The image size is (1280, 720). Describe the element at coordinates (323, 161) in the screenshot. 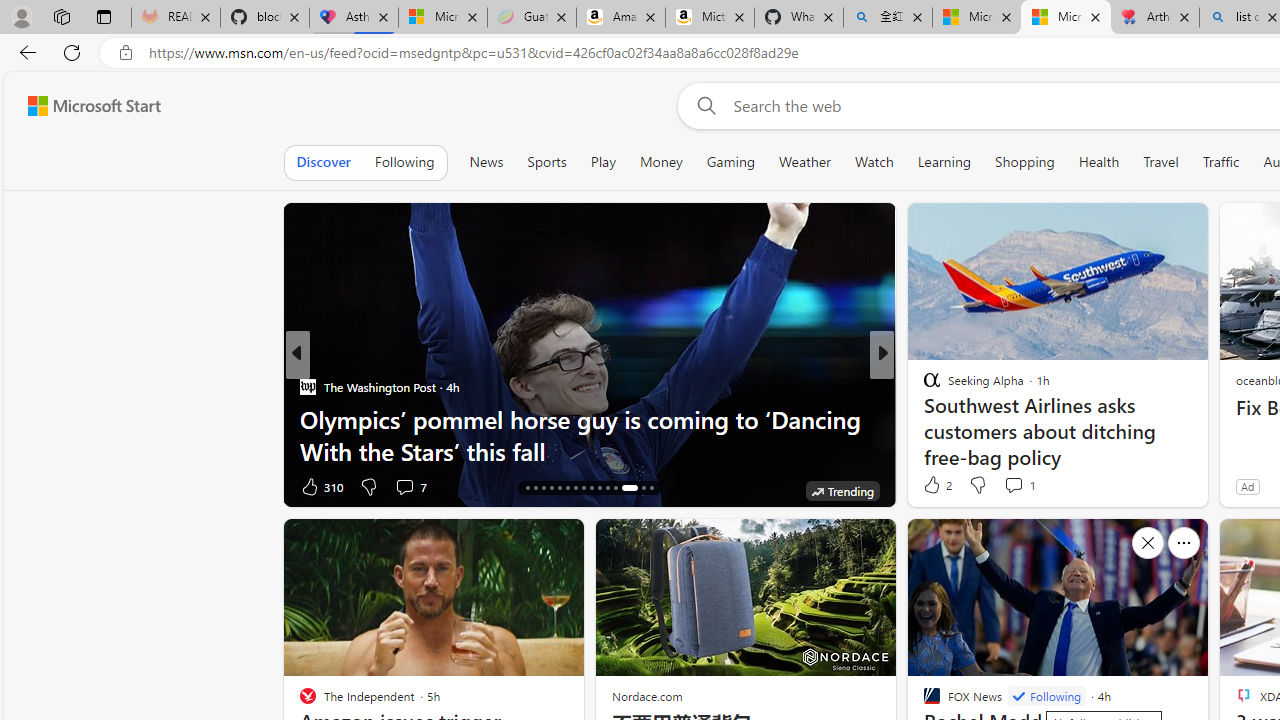

I see `'Discover'` at that location.